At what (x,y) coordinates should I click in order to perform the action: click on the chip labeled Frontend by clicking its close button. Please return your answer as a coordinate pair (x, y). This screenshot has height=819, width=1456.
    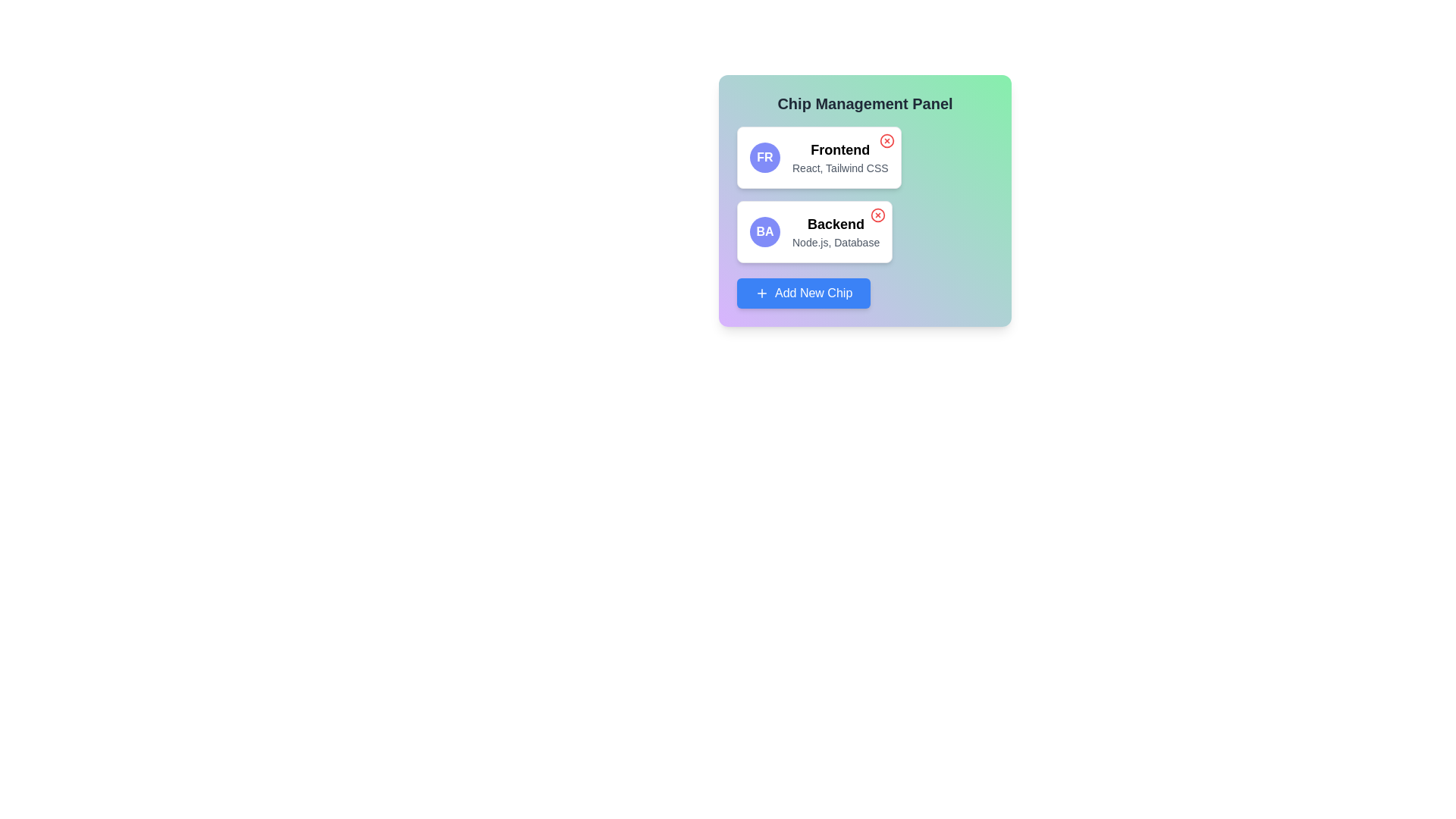
    Looking at the image, I should click on (886, 140).